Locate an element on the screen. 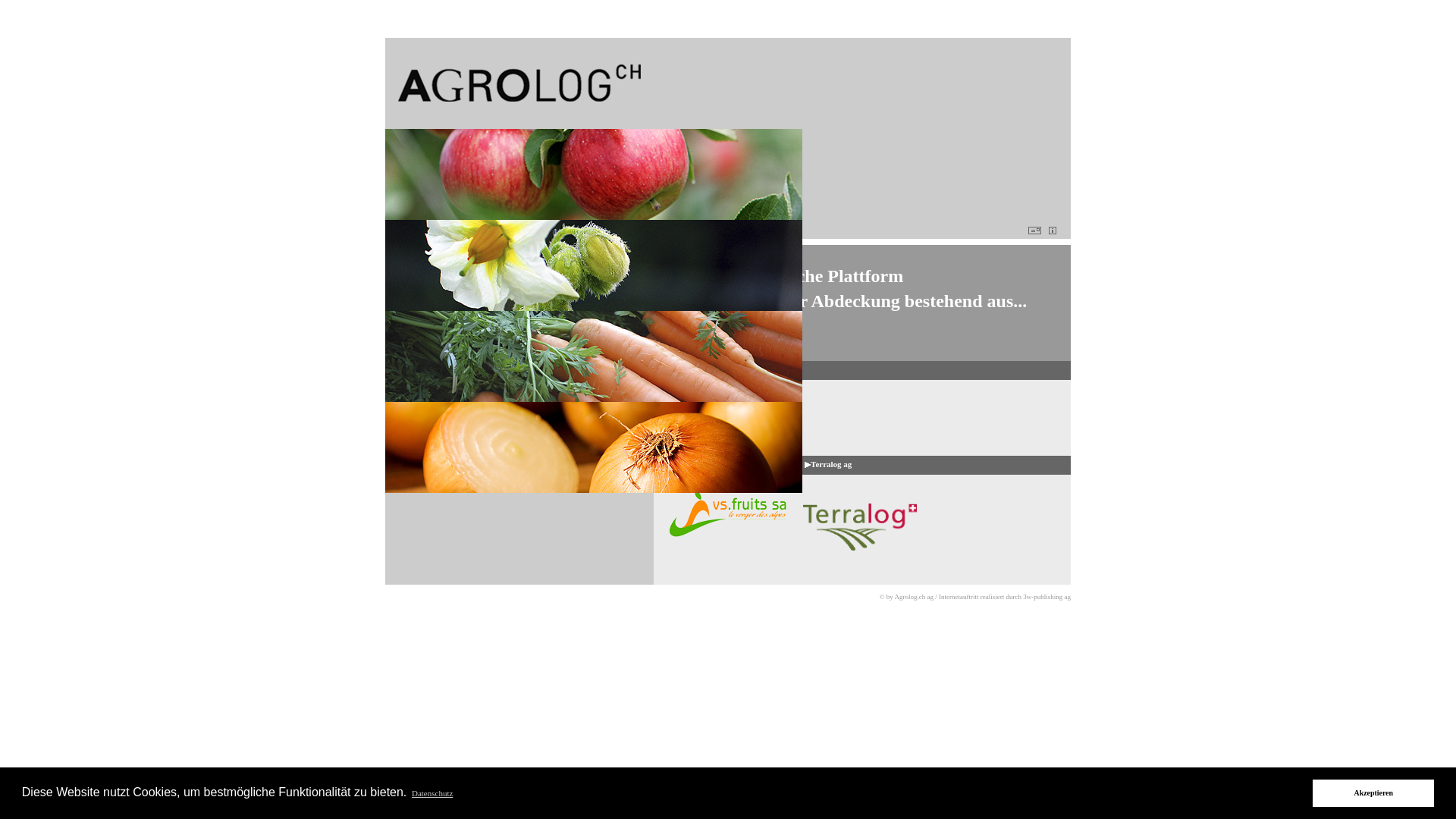  '   Terralog ag' is located at coordinates (827, 463).